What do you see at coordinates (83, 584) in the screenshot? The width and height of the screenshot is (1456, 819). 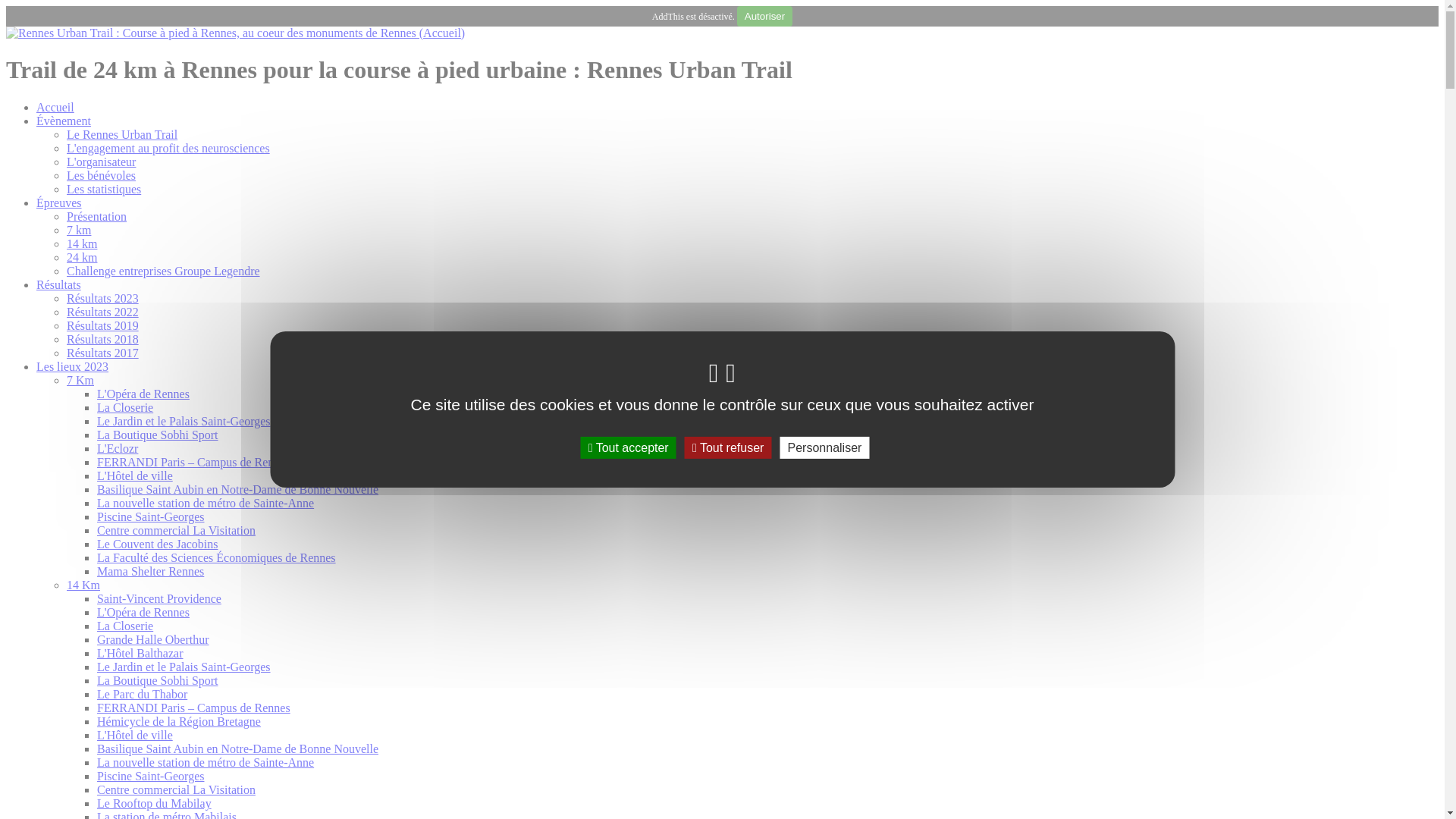 I see `'14 Km'` at bounding box center [83, 584].